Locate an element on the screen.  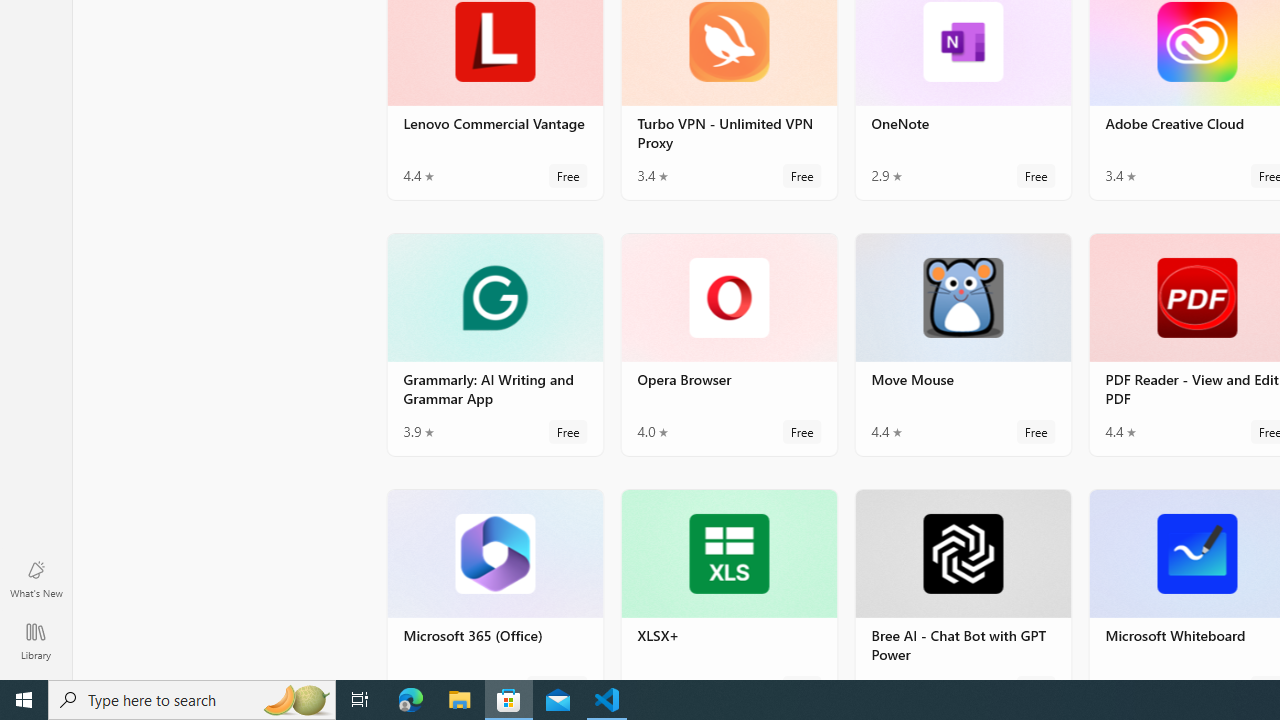
'Library' is located at coordinates (35, 640).